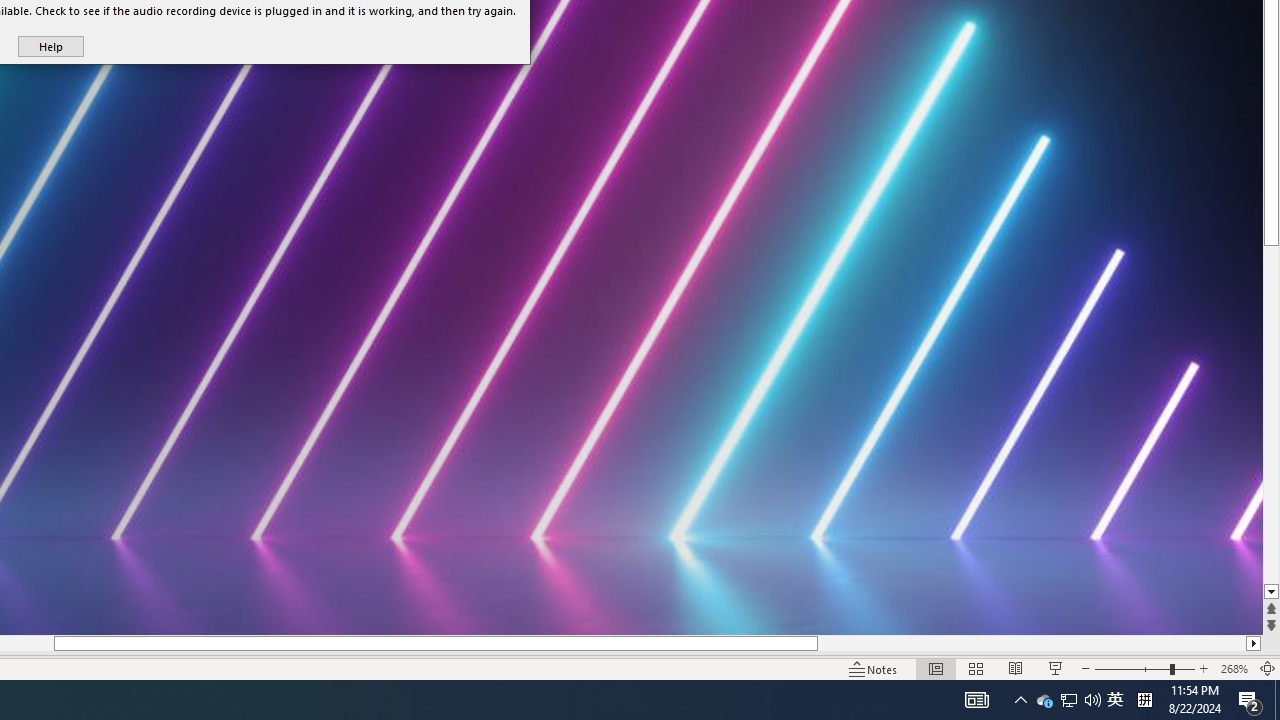  Describe the element at coordinates (1233, 669) in the screenshot. I see `'Zoom 268%'` at that location.